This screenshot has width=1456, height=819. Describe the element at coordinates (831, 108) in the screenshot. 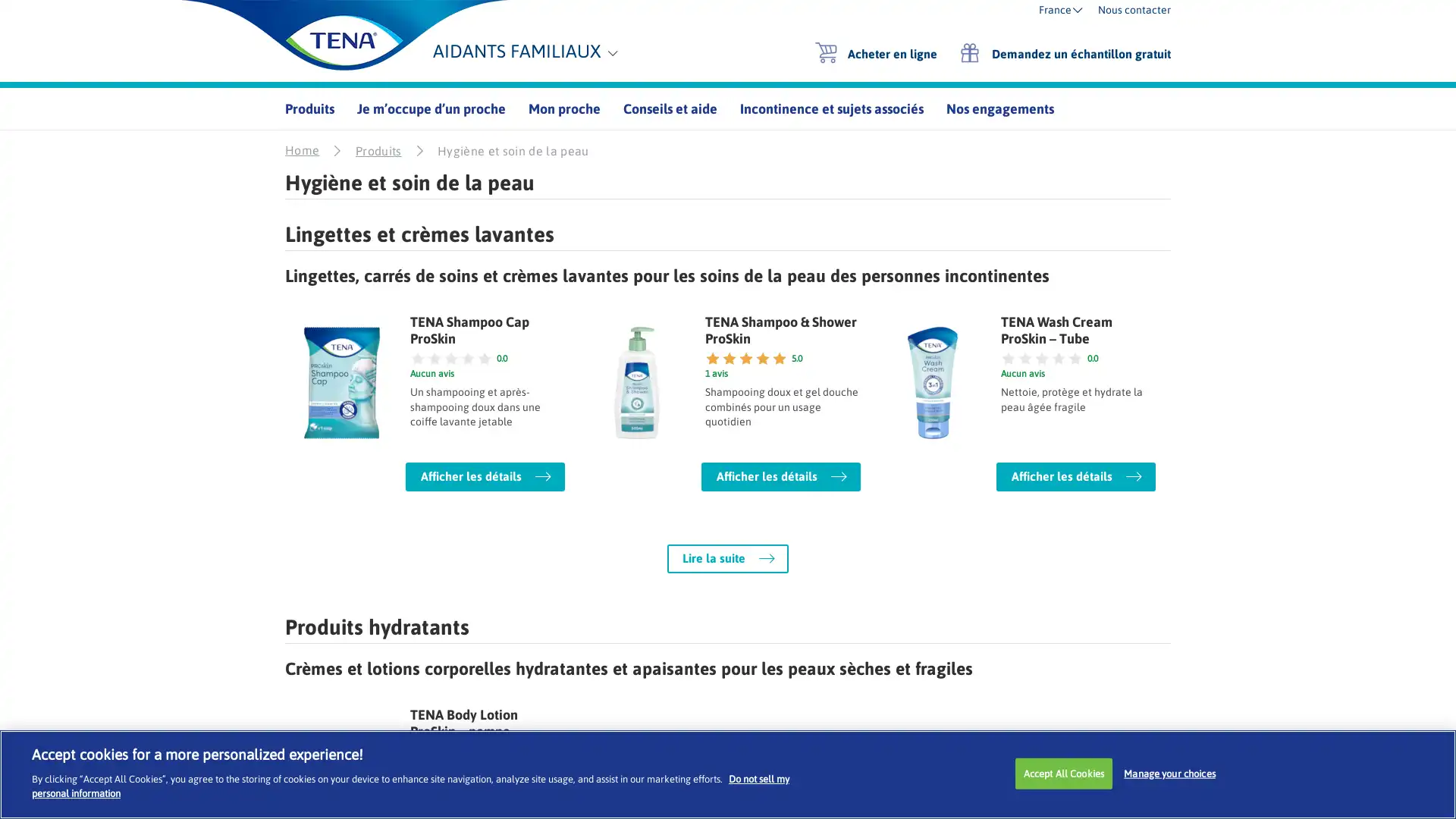

I see `Incontinence et sujets associes` at that location.